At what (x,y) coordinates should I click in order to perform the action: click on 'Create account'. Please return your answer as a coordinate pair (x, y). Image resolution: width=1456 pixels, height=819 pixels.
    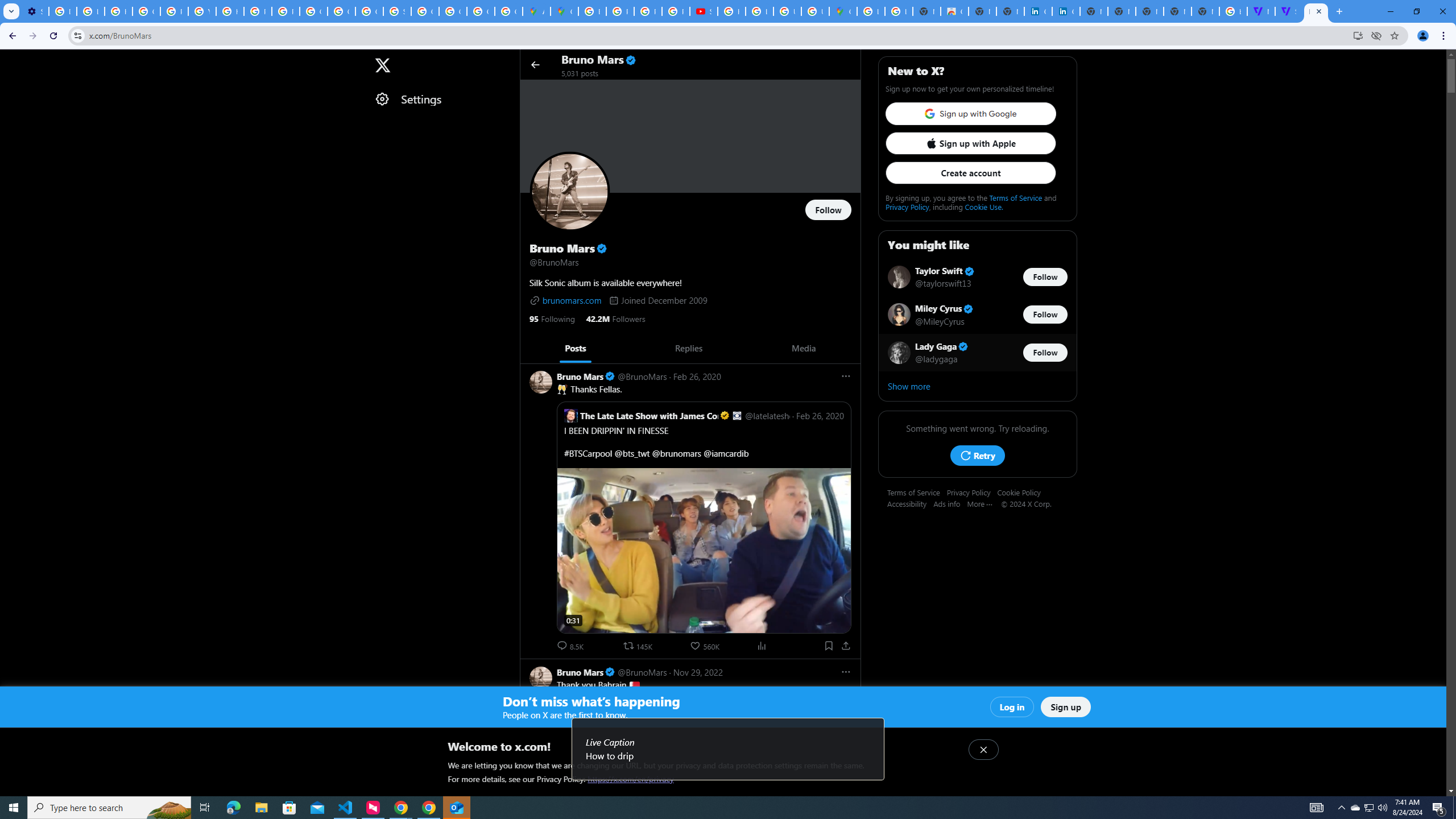
    Looking at the image, I should click on (970, 172).